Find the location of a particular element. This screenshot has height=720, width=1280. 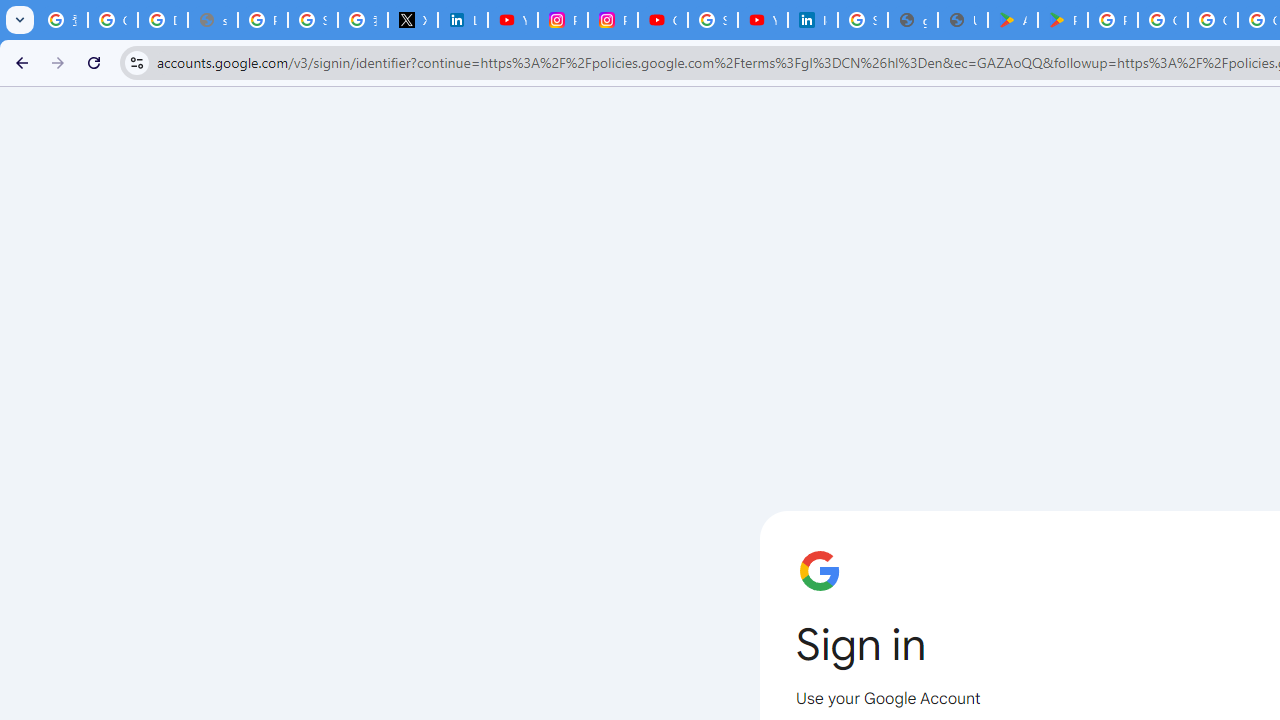

'support.google.com - Network error' is located at coordinates (213, 20).